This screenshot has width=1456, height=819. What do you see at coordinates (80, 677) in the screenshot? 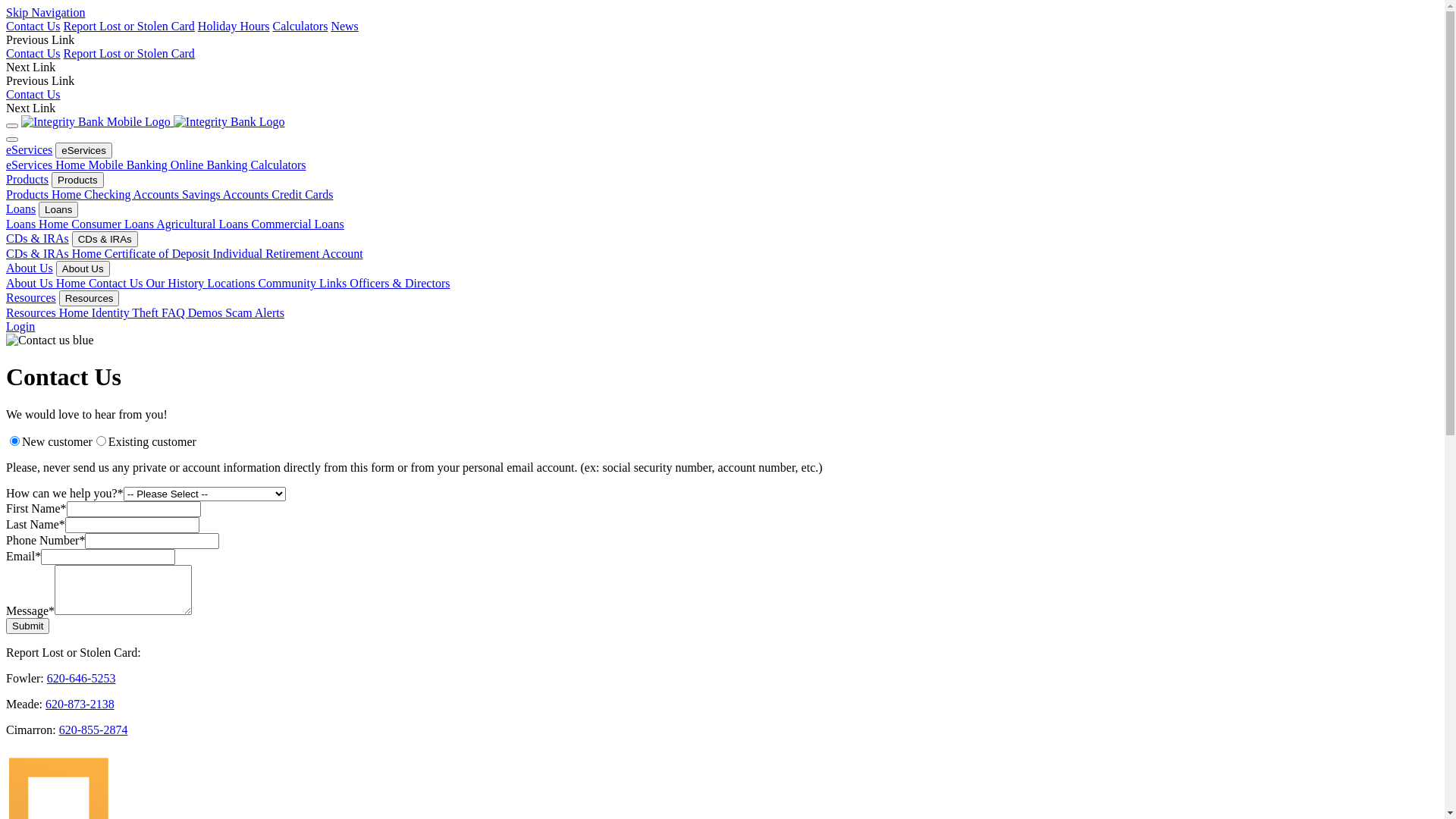
I see `'620-646-5253'` at bounding box center [80, 677].